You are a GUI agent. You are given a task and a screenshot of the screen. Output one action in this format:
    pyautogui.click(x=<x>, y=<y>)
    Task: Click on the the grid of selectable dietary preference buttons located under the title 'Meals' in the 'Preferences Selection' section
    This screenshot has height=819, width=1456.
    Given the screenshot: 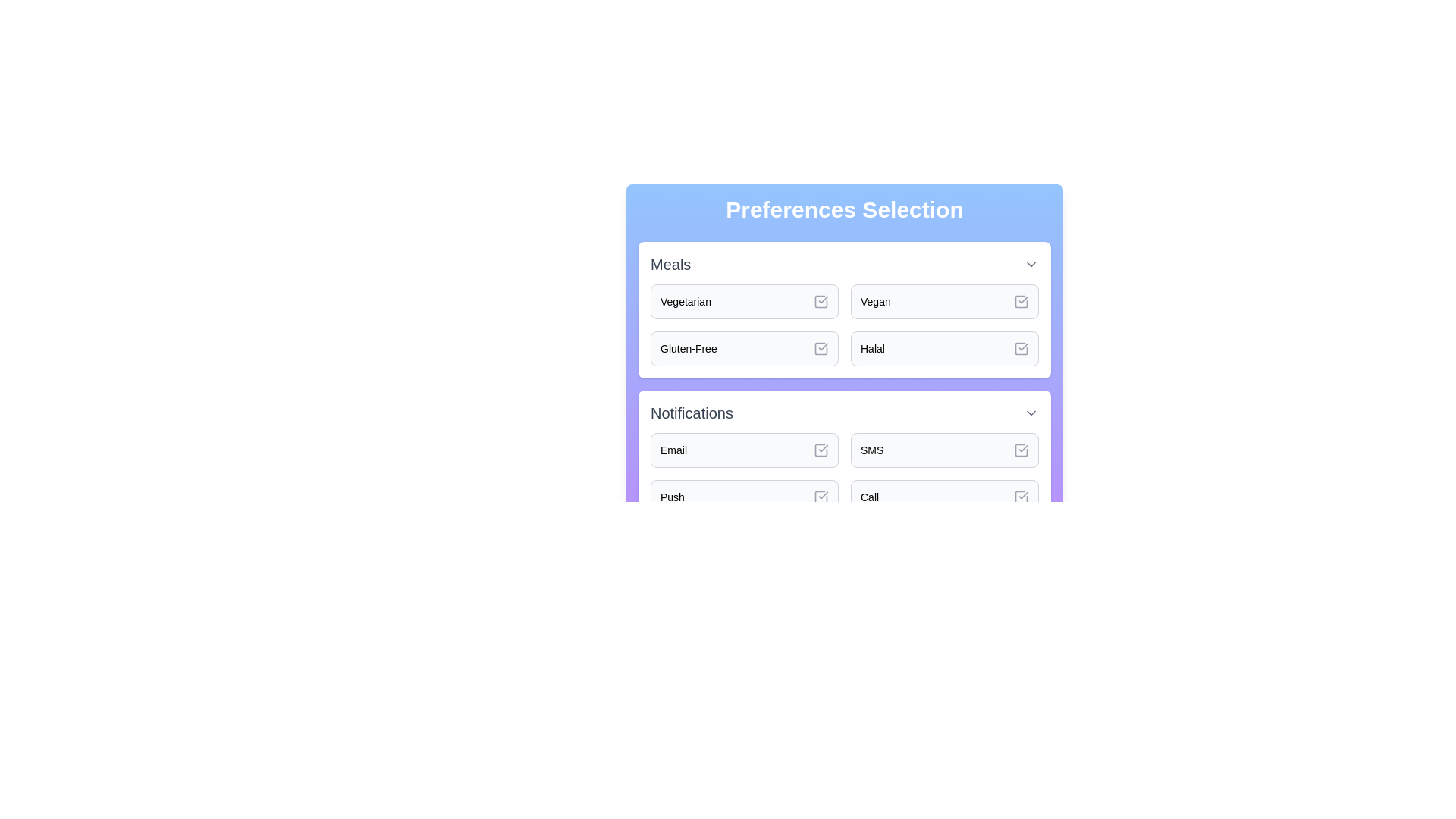 What is the action you would take?
    pyautogui.click(x=843, y=324)
    